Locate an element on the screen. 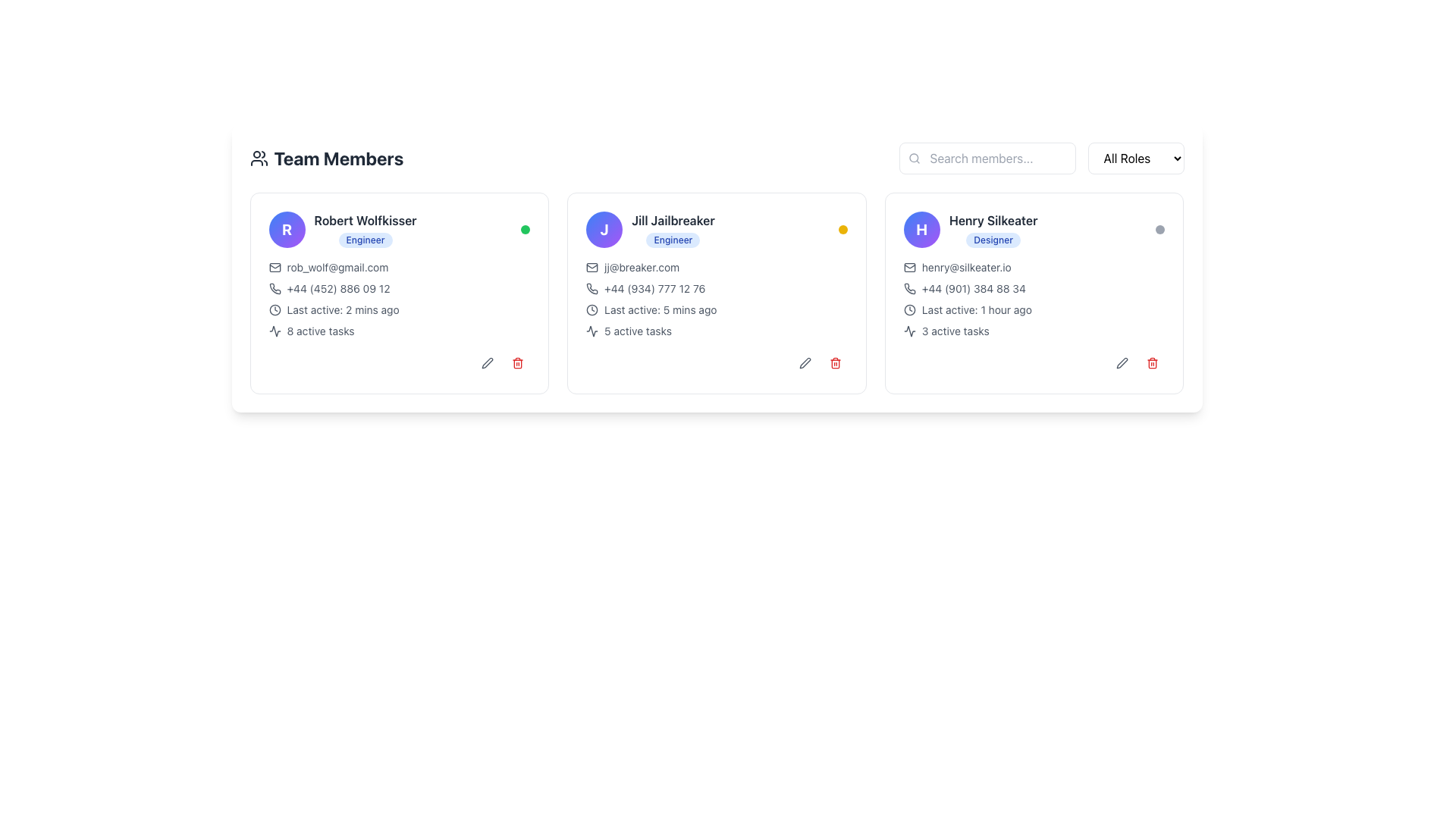 The height and width of the screenshot is (819, 1456). the delete button icon located in the bottom-right corner of Robert Wolfkisser's card is located at coordinates (518, 362).